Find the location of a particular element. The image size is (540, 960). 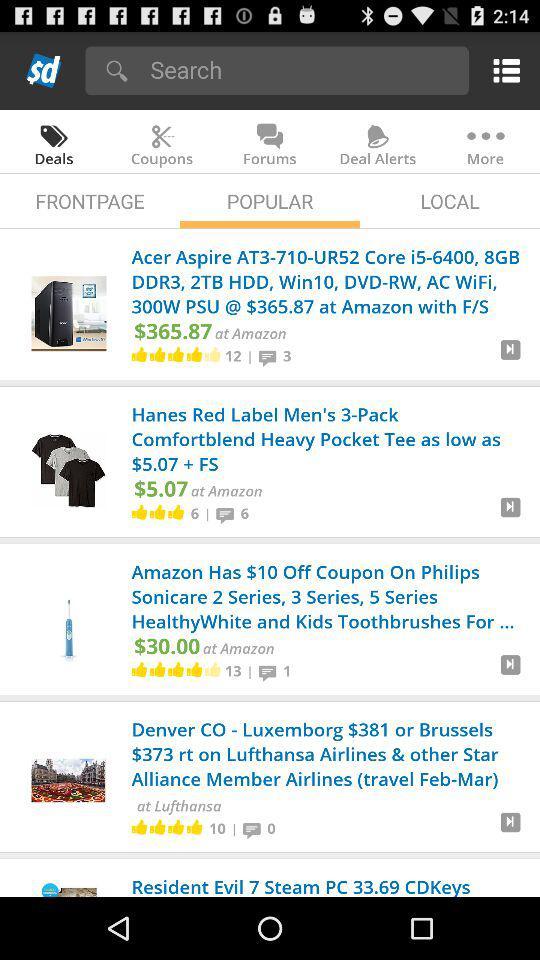

the icon below the at amazon icon is located at coordinates (250, 671).